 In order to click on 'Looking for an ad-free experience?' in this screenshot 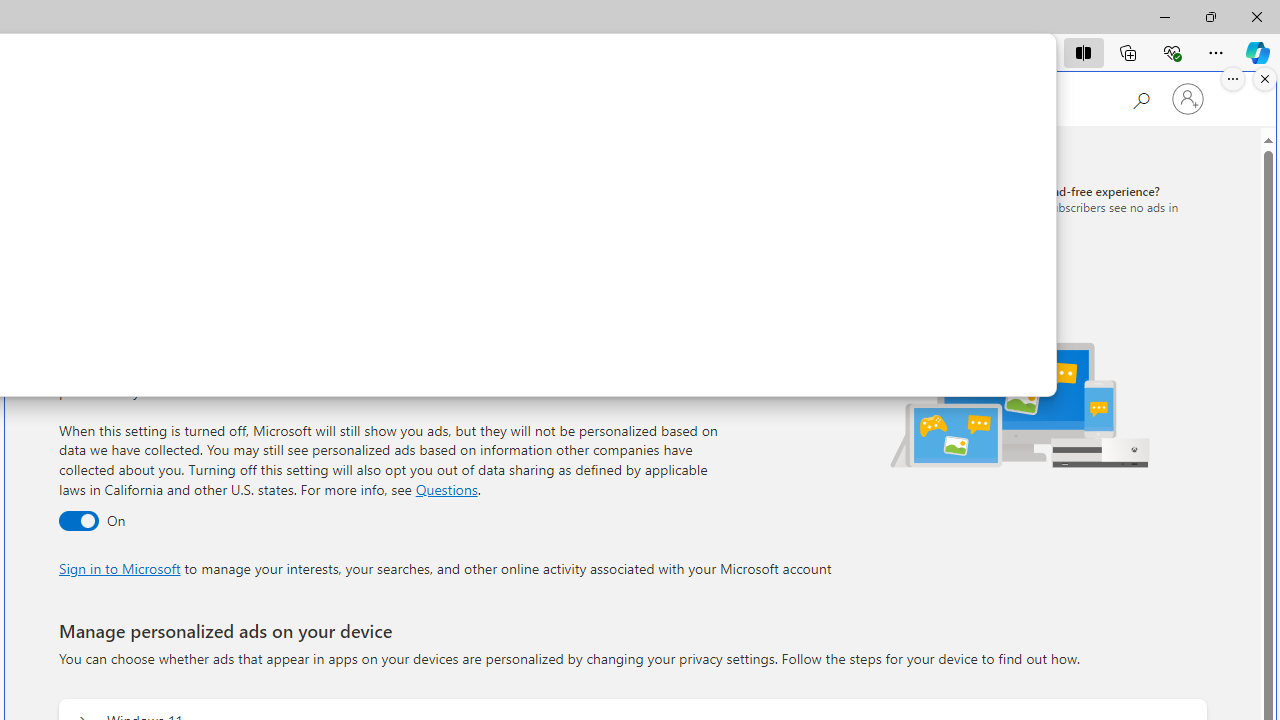, I will do `click(1062, 206)`.